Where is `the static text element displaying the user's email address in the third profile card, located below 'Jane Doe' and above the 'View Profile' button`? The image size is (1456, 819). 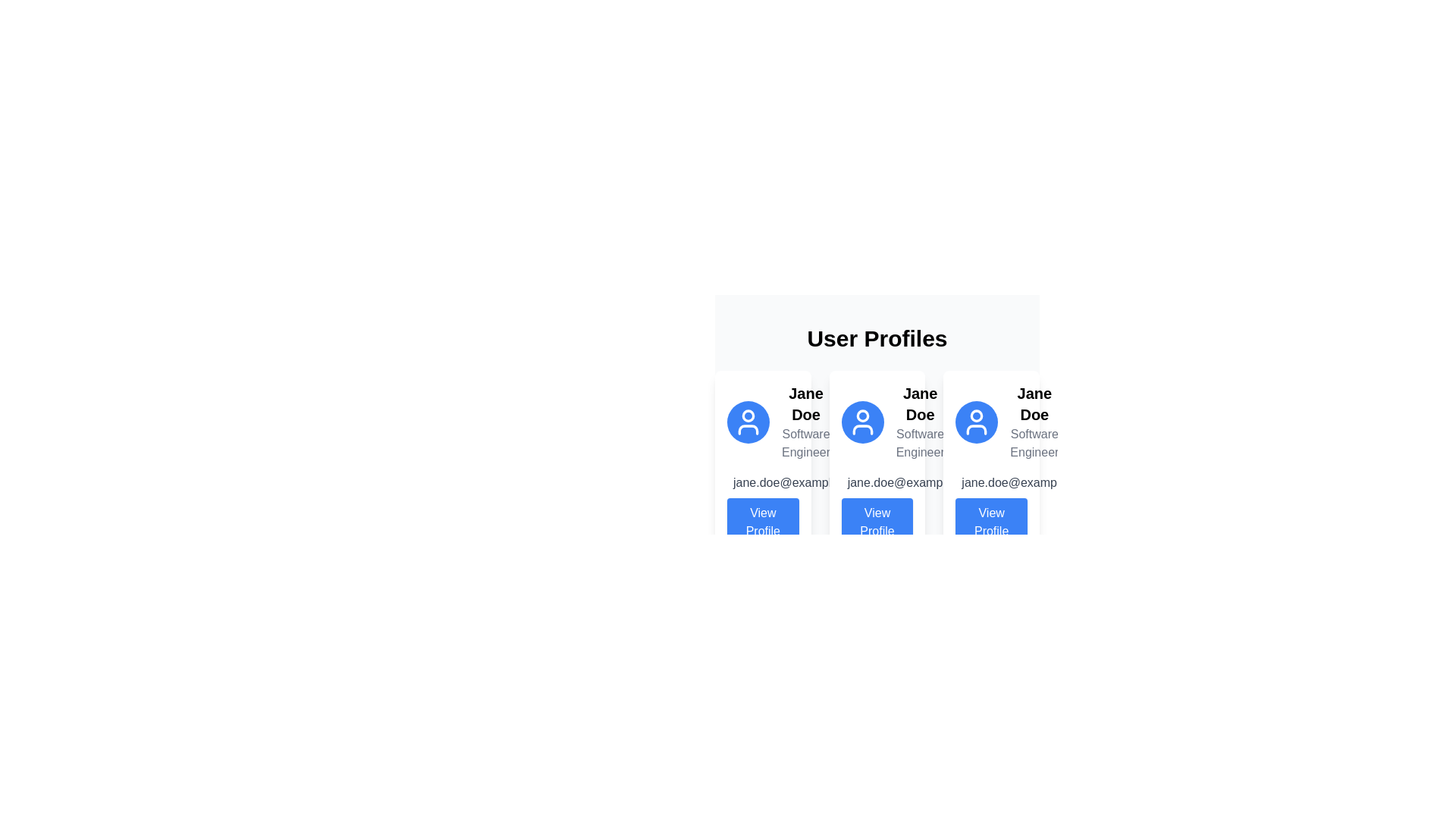
the static text element displaying the user's email address in the third profile card, located below 'Jane Doe' and above the 'View Profile' button is located at coordinates (1027, 482).